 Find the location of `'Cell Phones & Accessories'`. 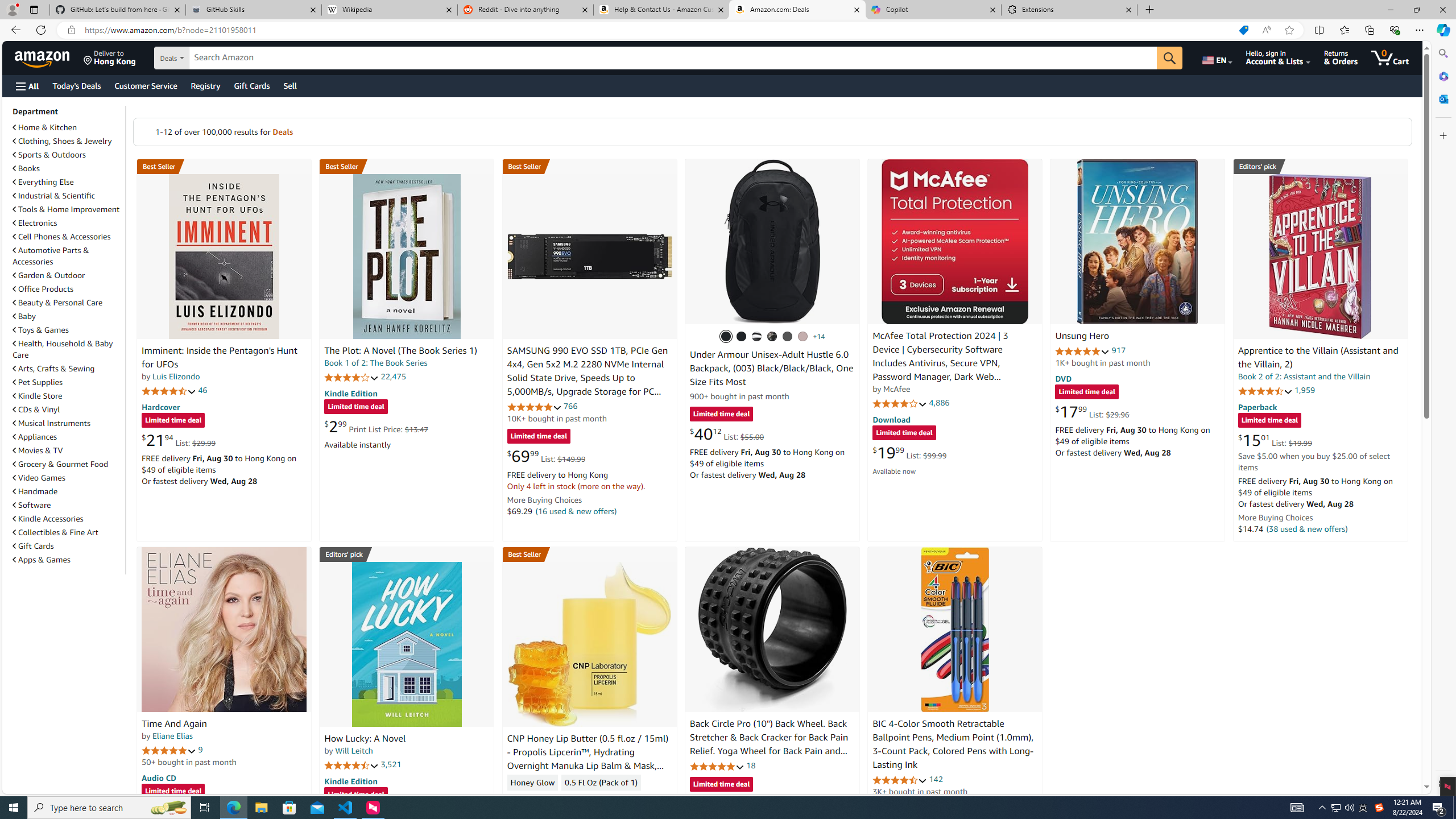

'Cell Phones & Accessories' is located at coordinates (67, 236).